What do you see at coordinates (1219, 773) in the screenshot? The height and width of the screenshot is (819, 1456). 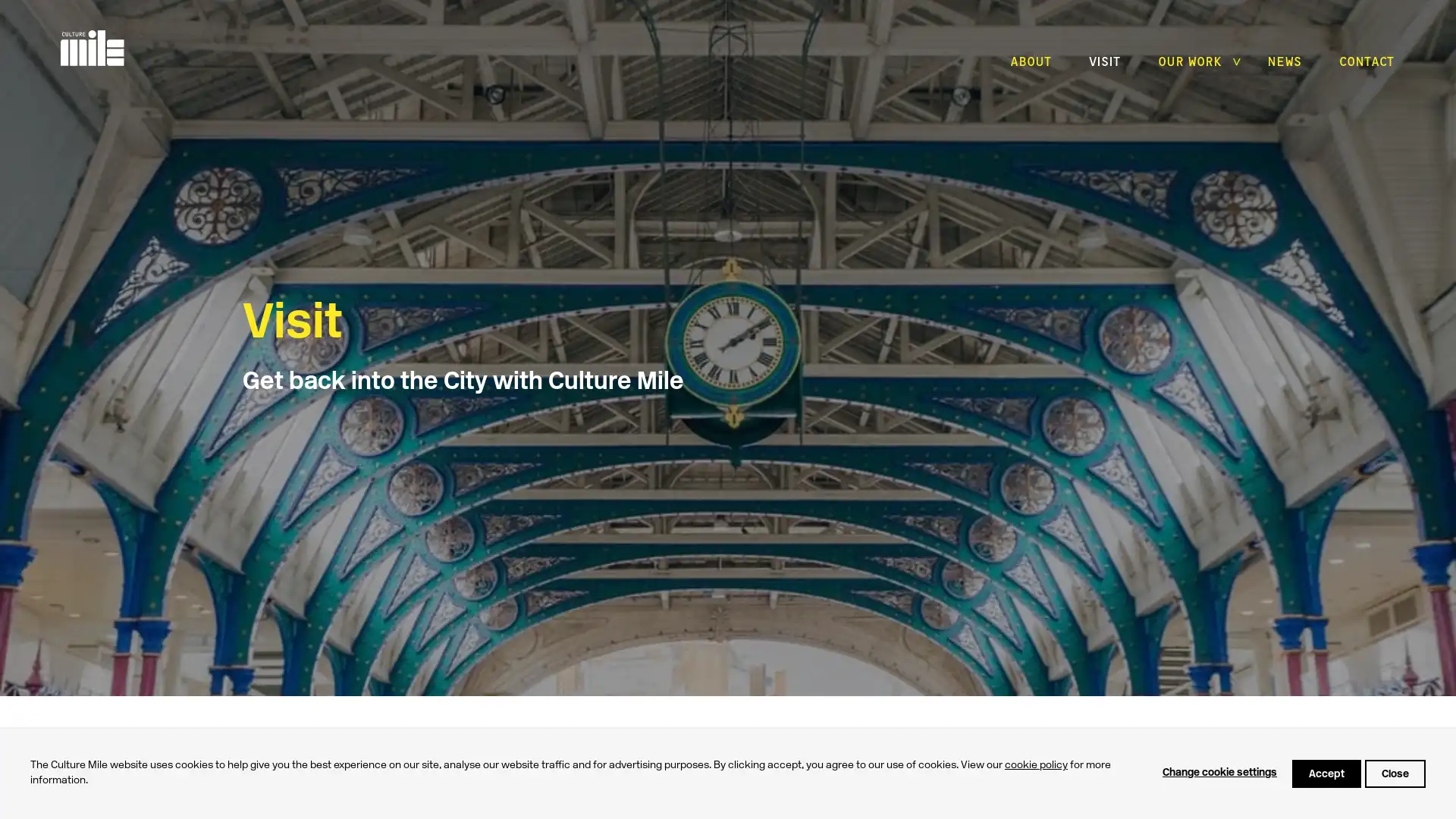 I see `Change cookie settings` at bounding box center [1219, 773].